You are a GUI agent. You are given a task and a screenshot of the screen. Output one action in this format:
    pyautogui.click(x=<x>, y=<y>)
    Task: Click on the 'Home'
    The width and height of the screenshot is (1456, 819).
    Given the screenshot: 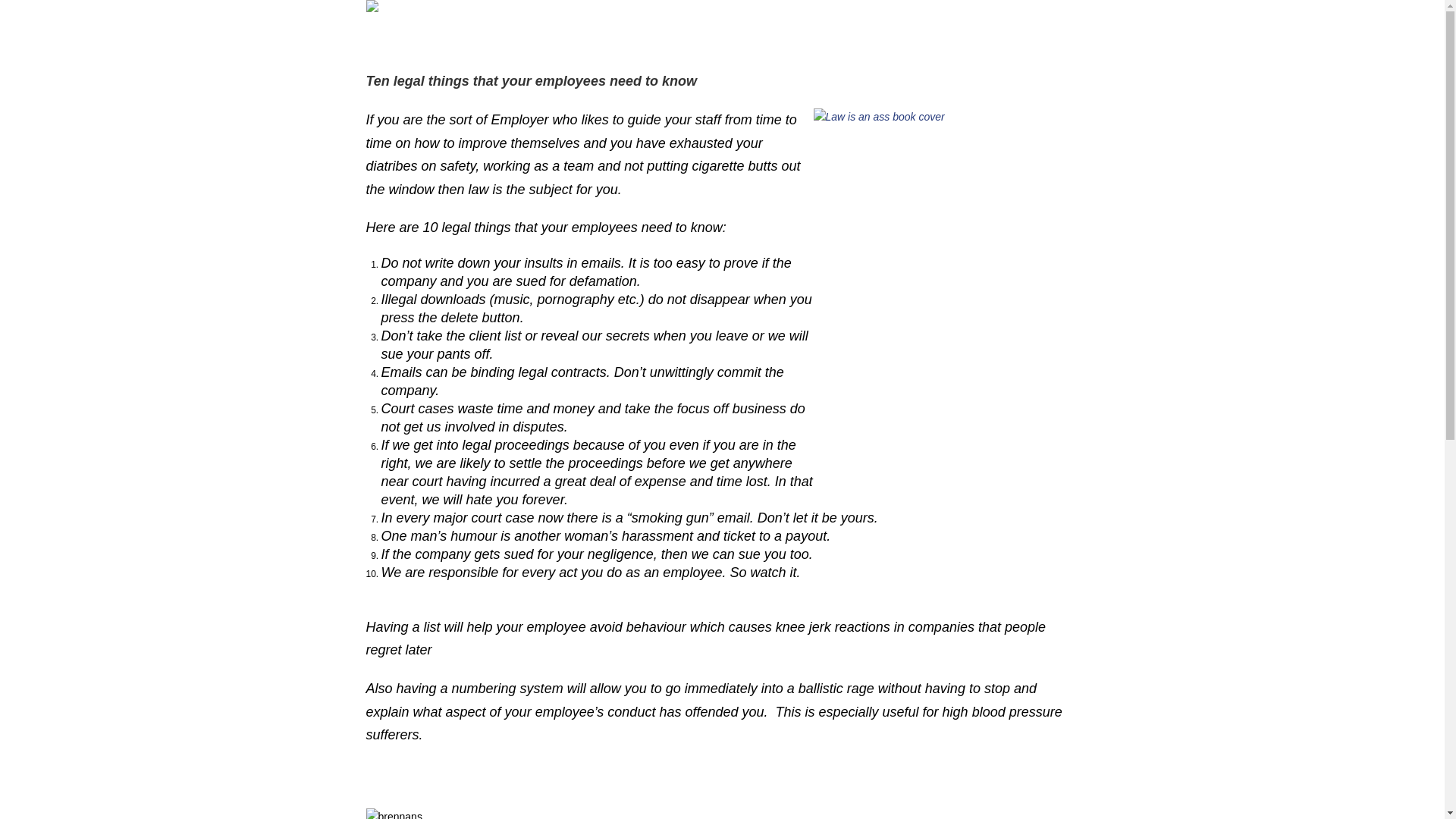 What is the action you would take?
    pyautogui.click(x=447, y=32)
    